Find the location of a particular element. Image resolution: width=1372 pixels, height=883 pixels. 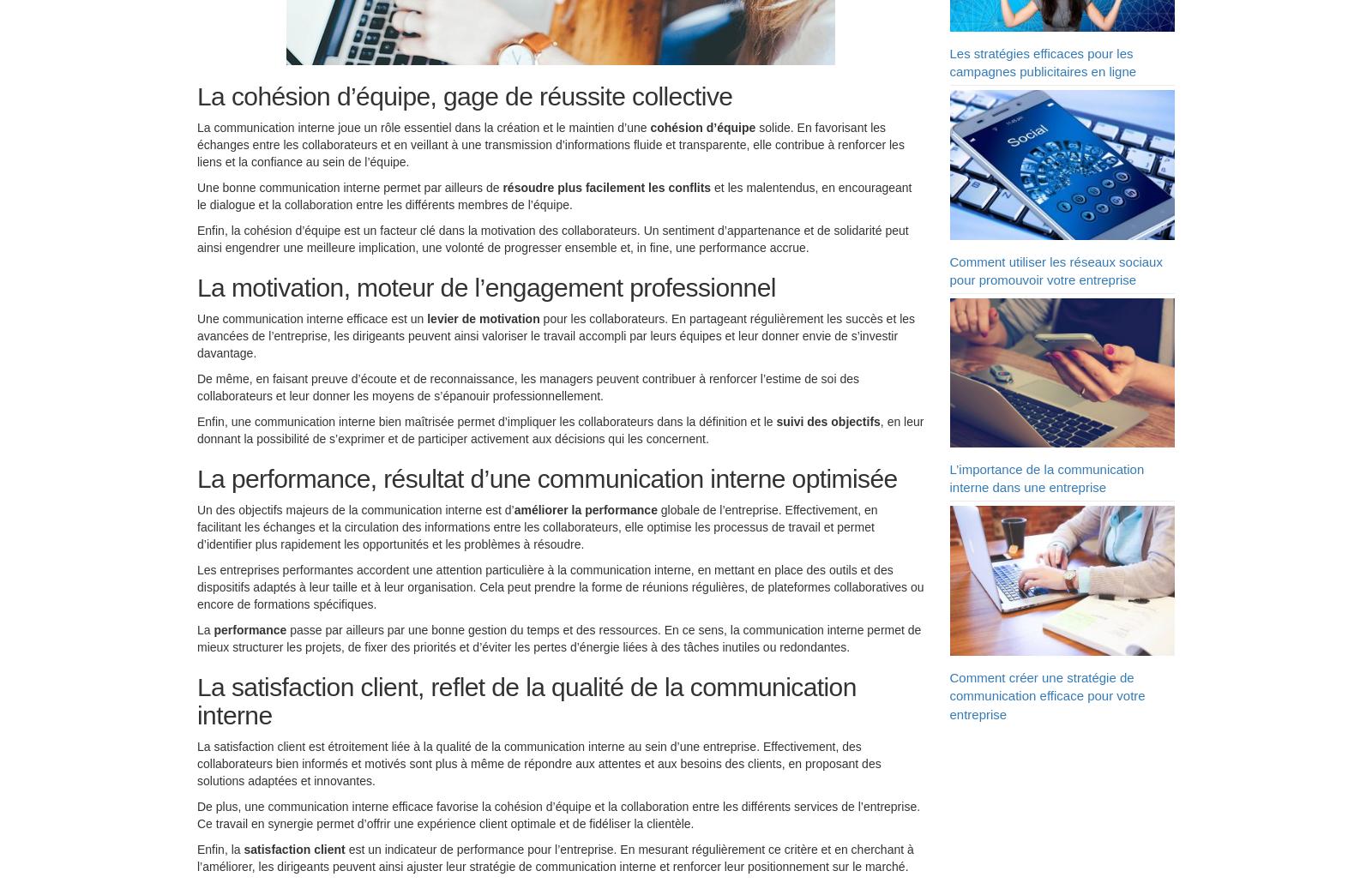

'Une communication interne efficace est un' is located at coordinates (312, 321).